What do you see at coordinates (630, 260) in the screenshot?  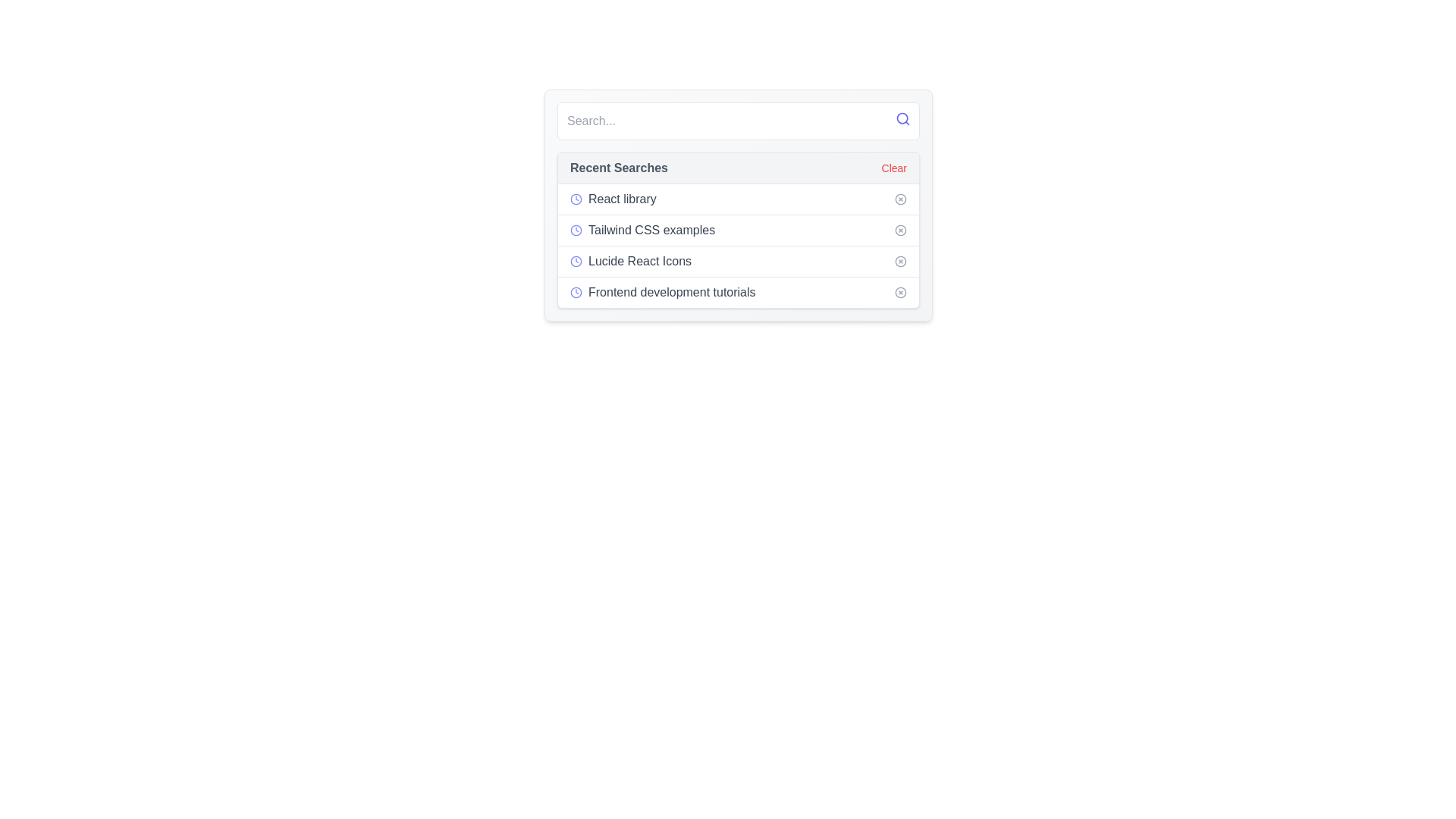 I see `the clock icon associated with the 'Lucide React Icons' search history item for additional information or actions` at bounding box center [630, 260].